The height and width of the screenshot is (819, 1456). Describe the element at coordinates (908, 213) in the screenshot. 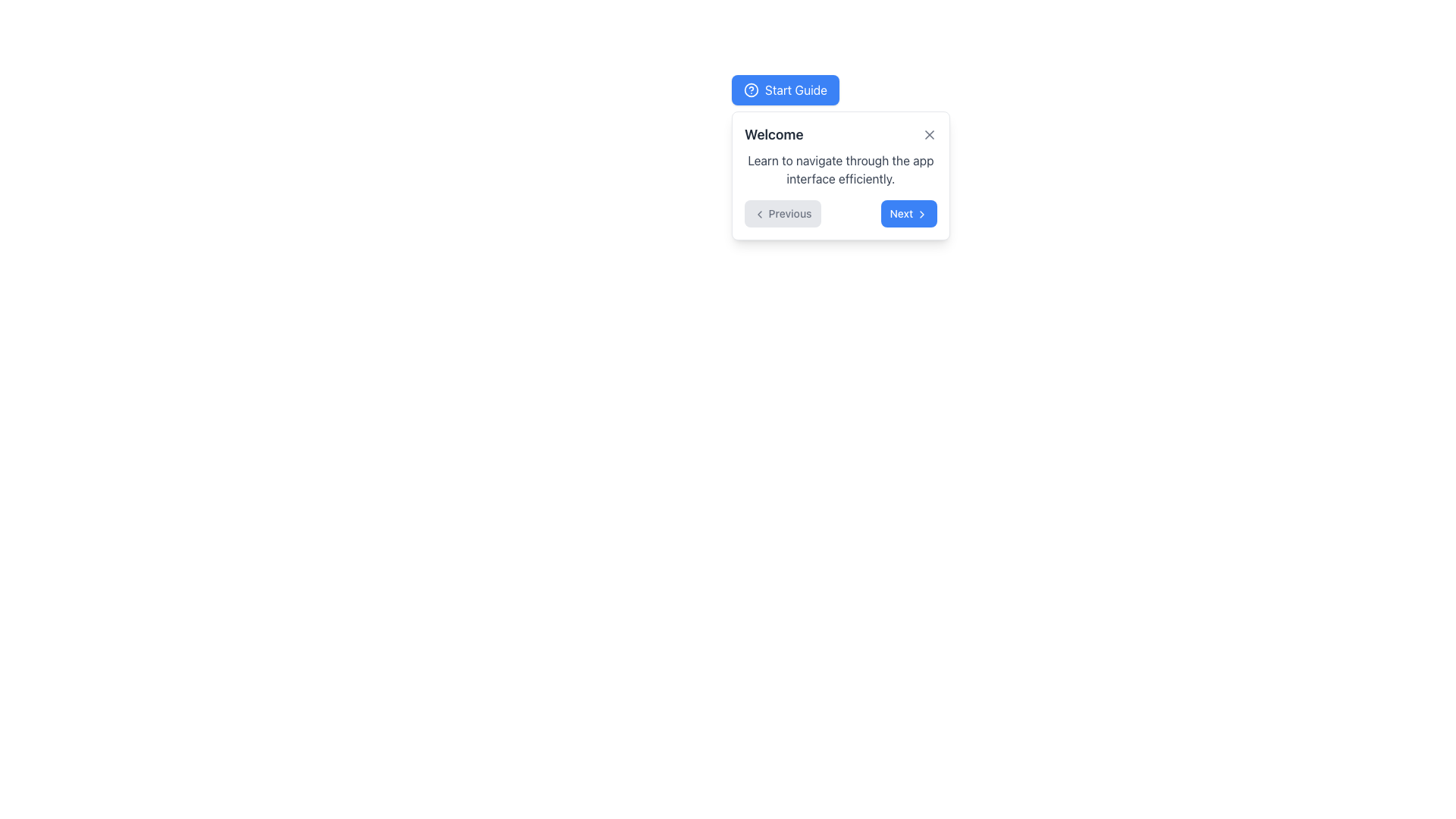

I see `the blue rectangular button labeled 'Next' with a chevron pointing right` at that location.